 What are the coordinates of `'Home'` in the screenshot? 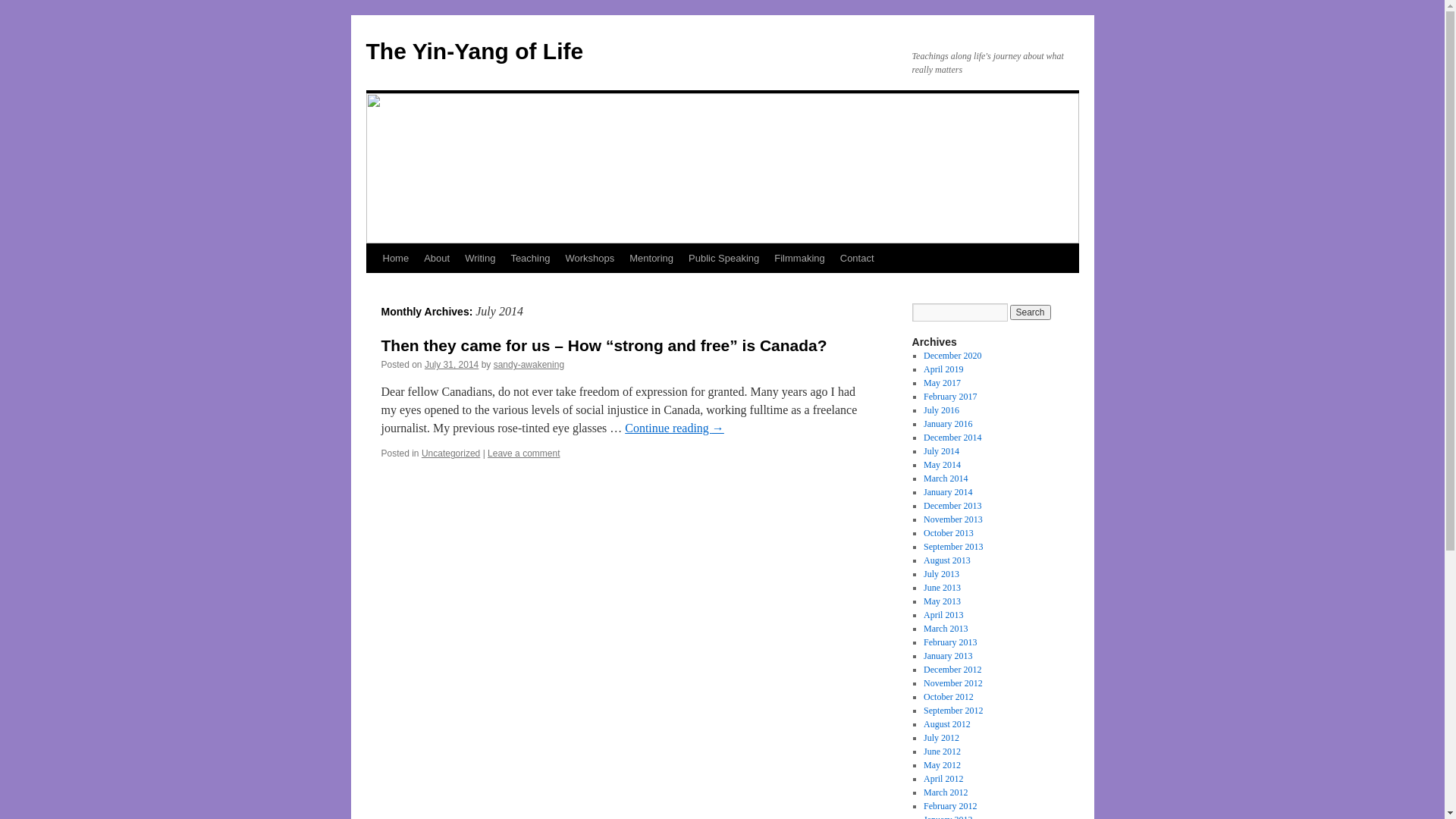 It's located at (395, 257).